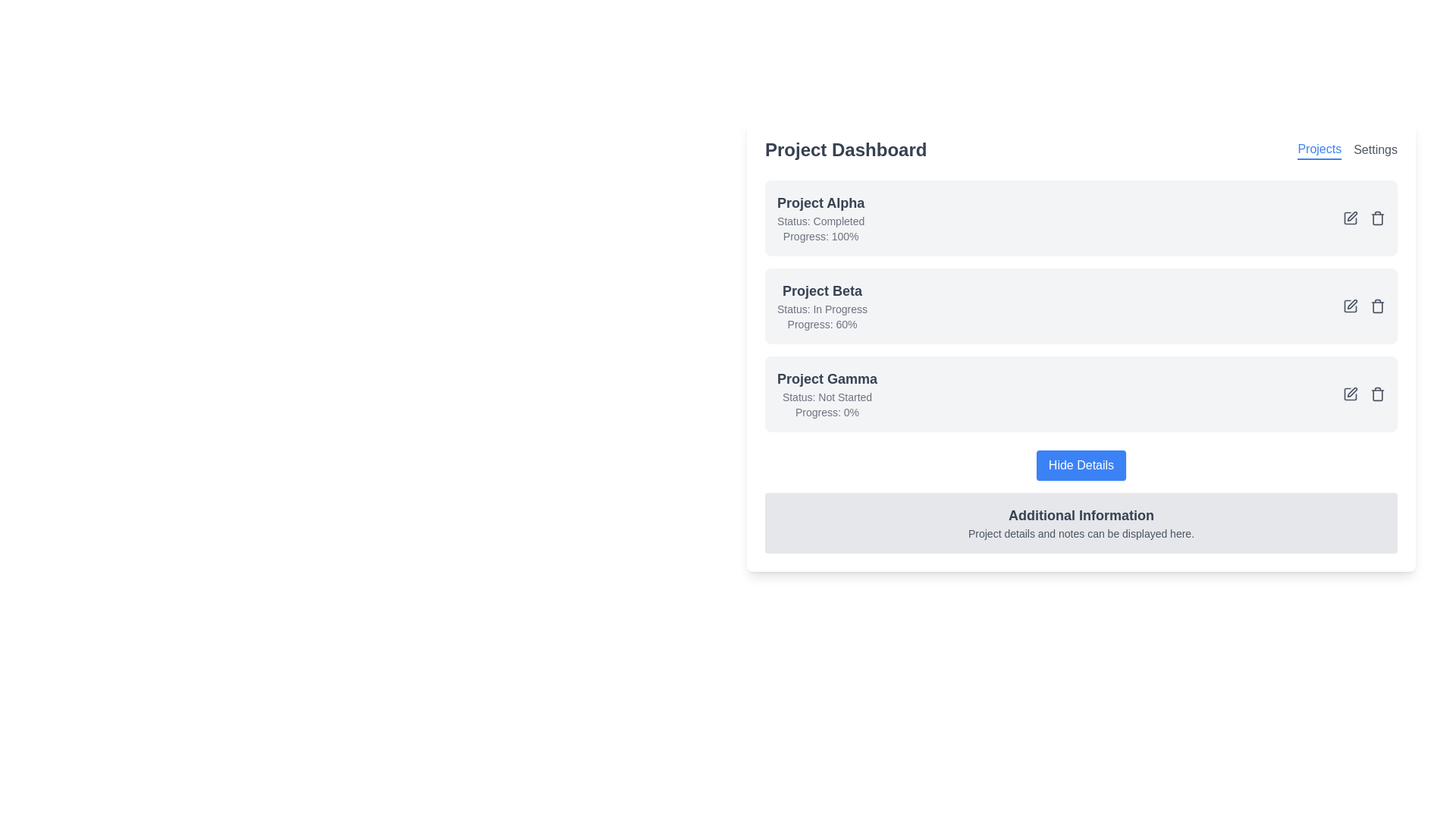 This screenshot has height=819, width=1456. What do you see at coordinates (1080, 464) in the screenshot?
I see `the toggle button located at the bottom of the project list section` at bounding box center [1080, 464].